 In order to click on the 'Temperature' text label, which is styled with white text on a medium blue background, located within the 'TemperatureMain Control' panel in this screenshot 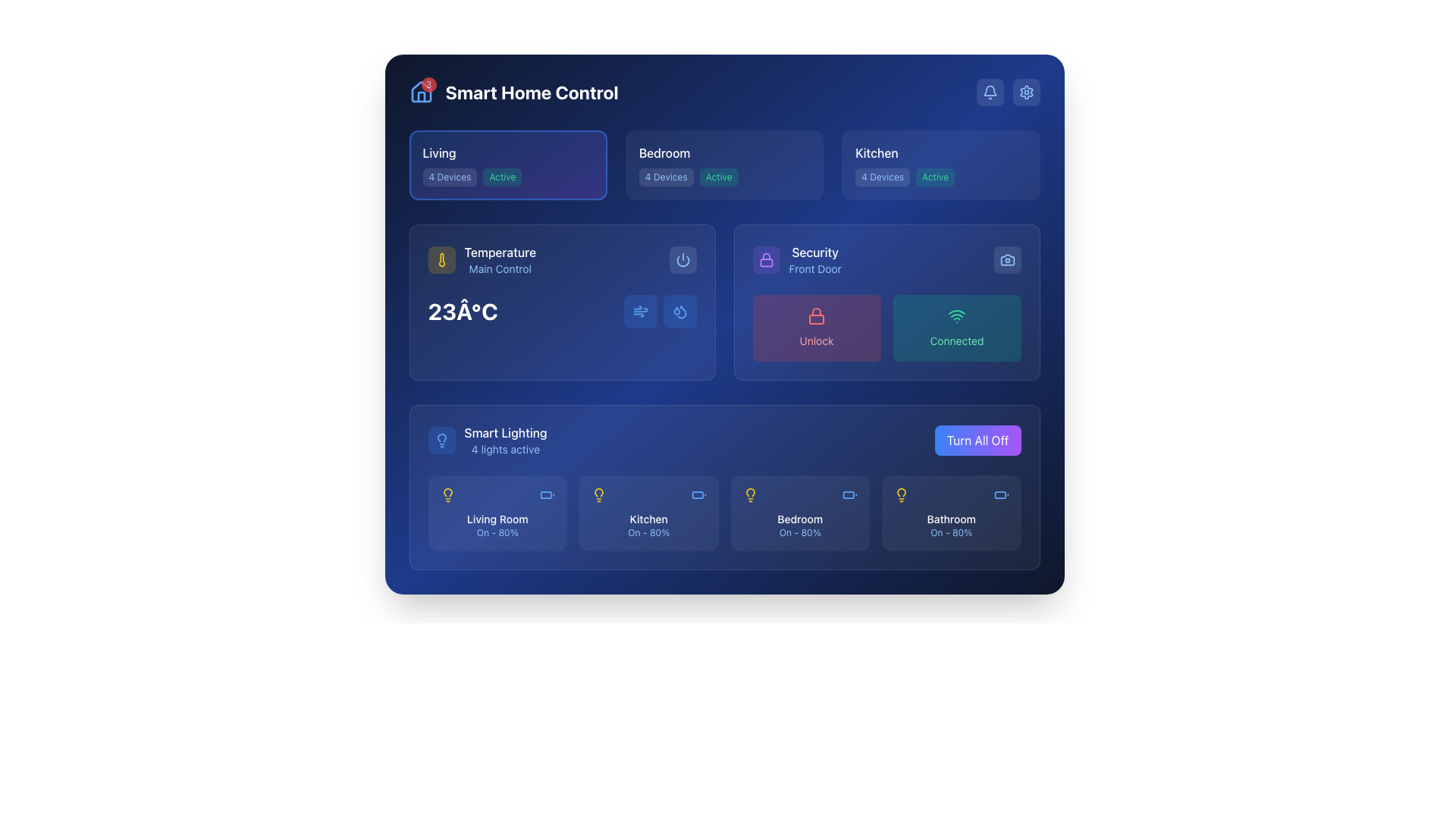, I will do `click(500, 251)`.